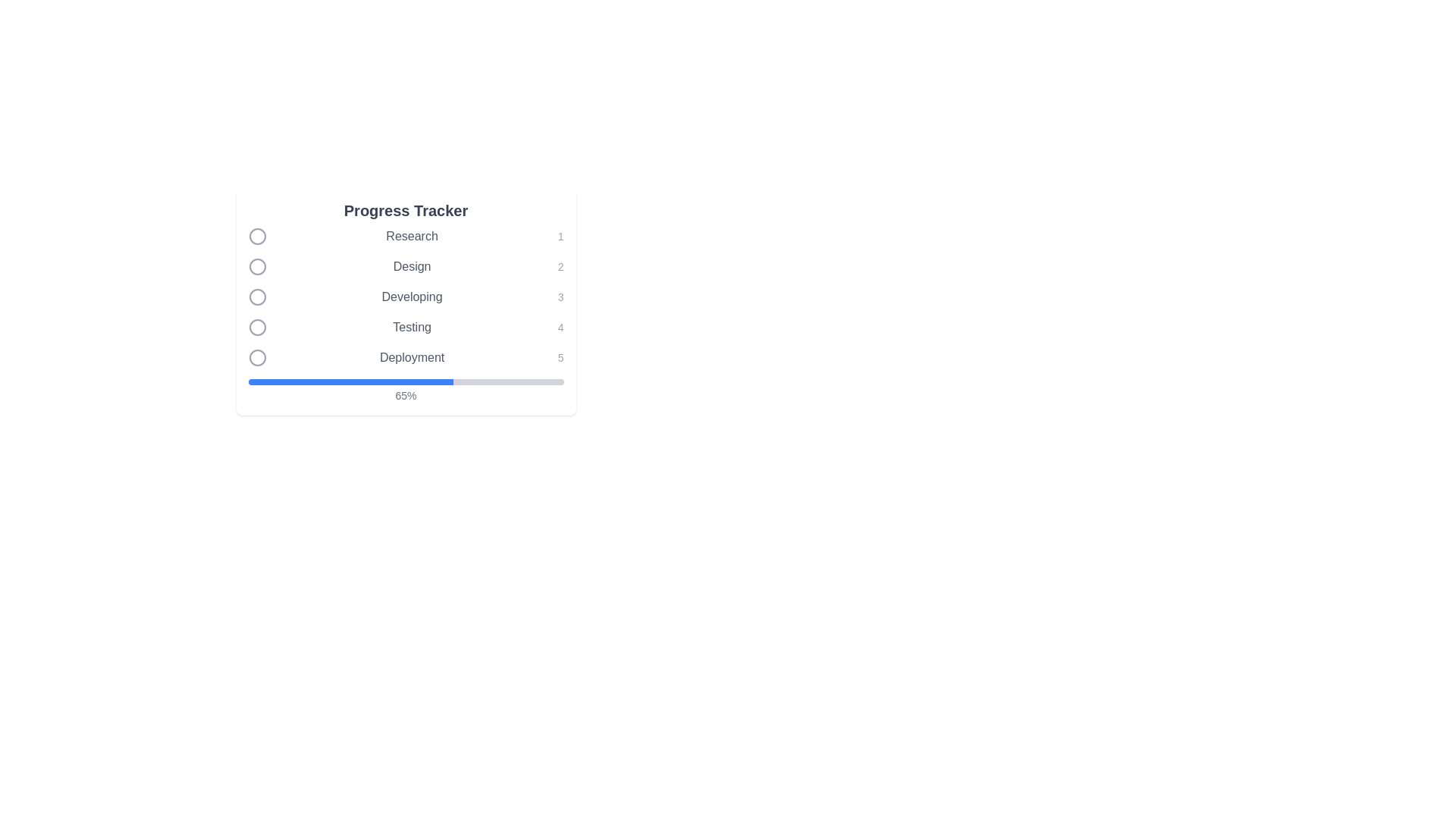 Image resolution: width=1456 pixels, height=819 pixels. Describe the element at coordinates (257, 237) in the screenshot. I see `the Circle icon representing the first step ('Research') in the progress tracker` at that location.